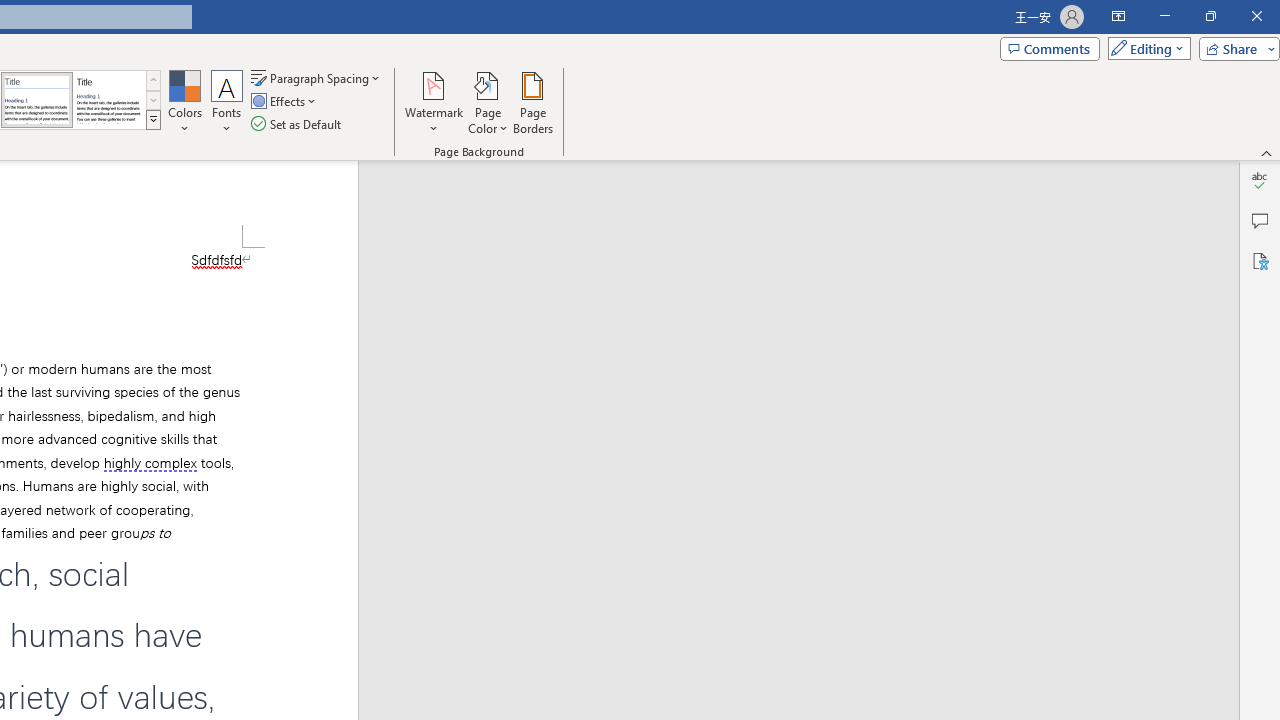 The width and height of the screenshot is (1280, 720). What do you see at coordinates (488, 103) in the screenshot?
I see `'Page Color'` at bounding box center [488, 103].